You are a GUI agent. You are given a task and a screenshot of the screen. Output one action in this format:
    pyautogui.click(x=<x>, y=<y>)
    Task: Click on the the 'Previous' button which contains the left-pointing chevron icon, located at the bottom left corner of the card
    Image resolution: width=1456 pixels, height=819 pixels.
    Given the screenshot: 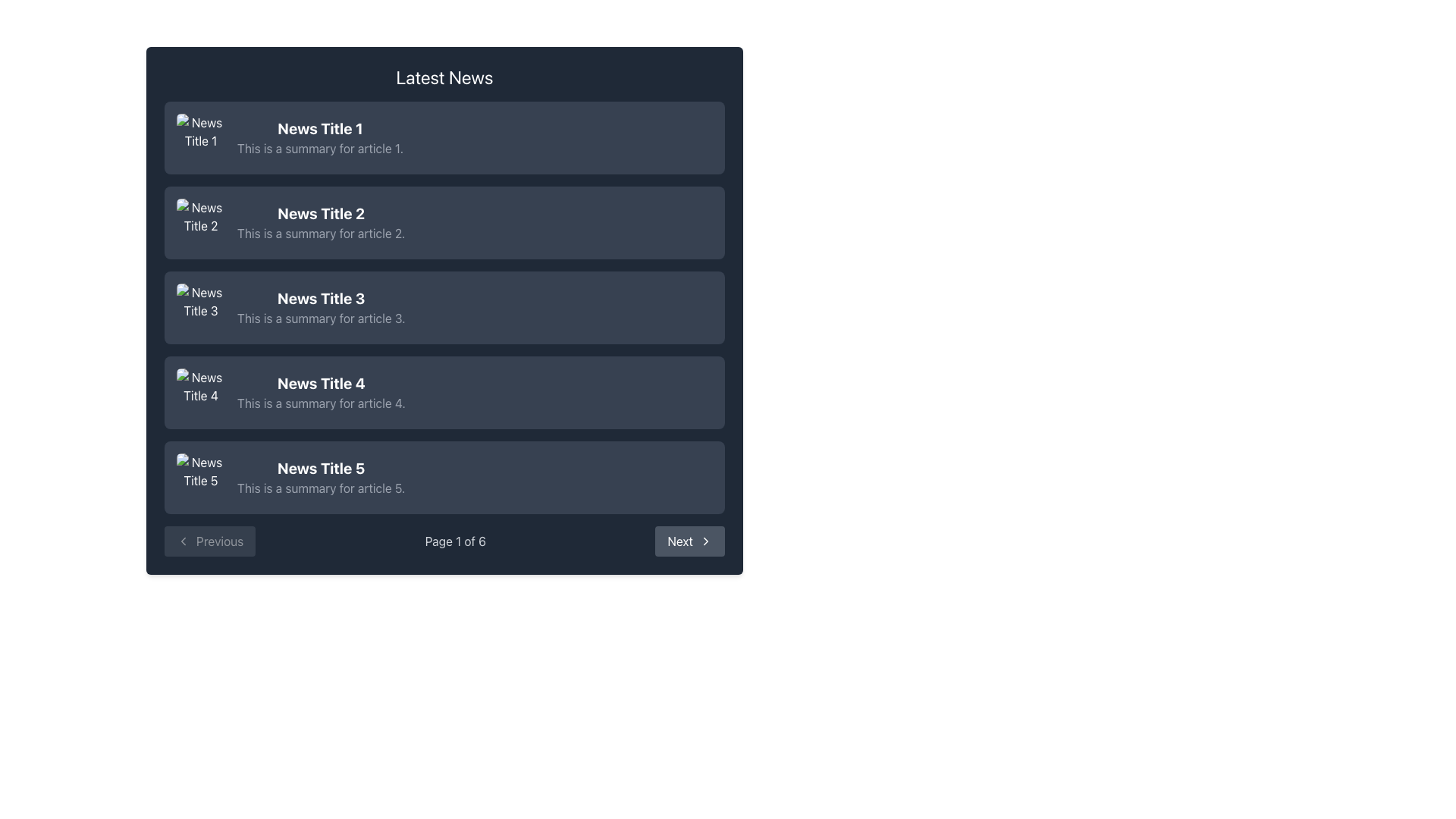 What is the action you would take?
    pyautogui.click(x=182, y=540)
    